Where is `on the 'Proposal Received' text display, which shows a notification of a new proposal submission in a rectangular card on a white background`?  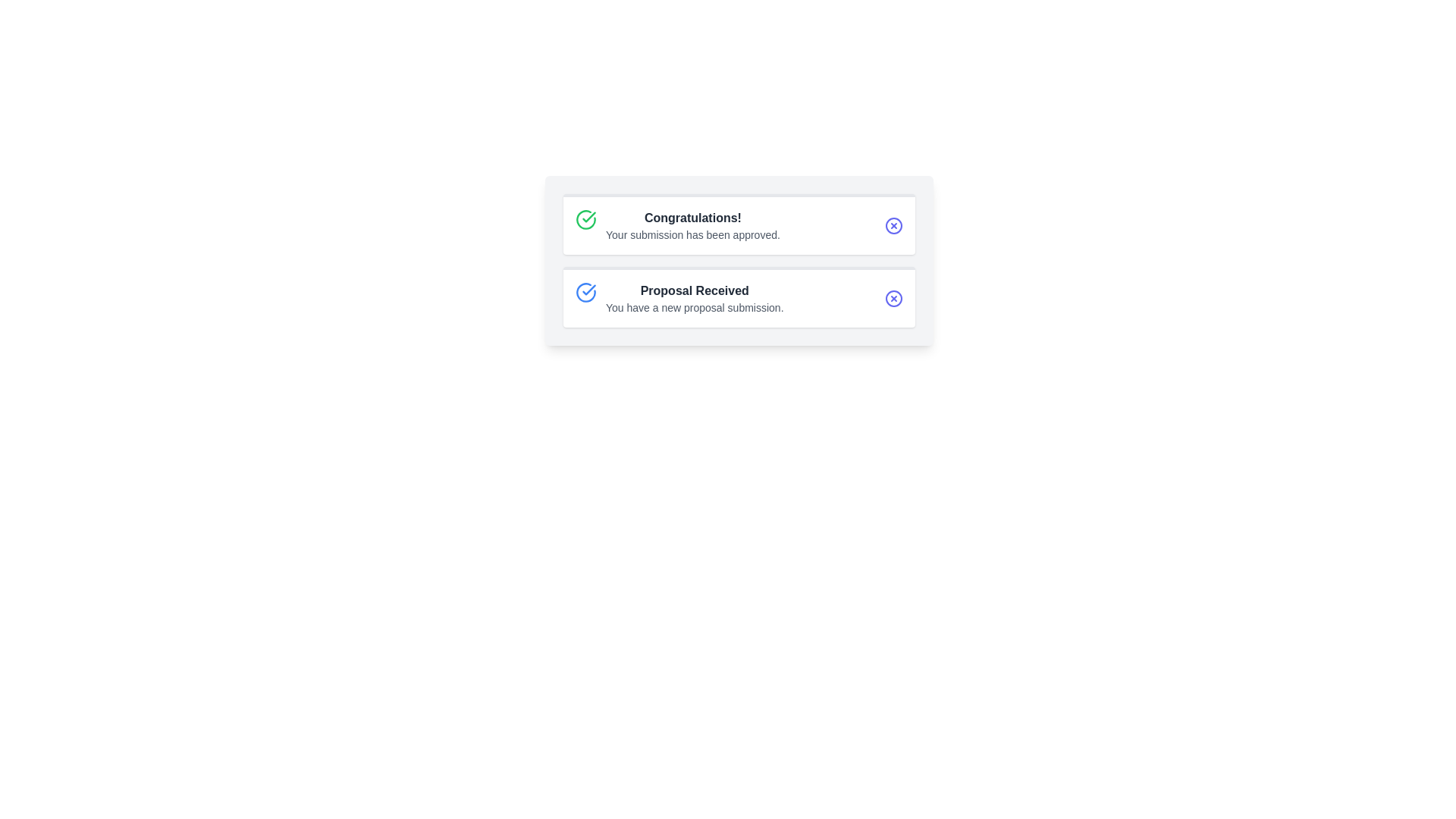 on the 'Proposal Received' text display, which shows a notification of a new proposal submission in a rectangular card on a white background is located at coordinates (694, 298).